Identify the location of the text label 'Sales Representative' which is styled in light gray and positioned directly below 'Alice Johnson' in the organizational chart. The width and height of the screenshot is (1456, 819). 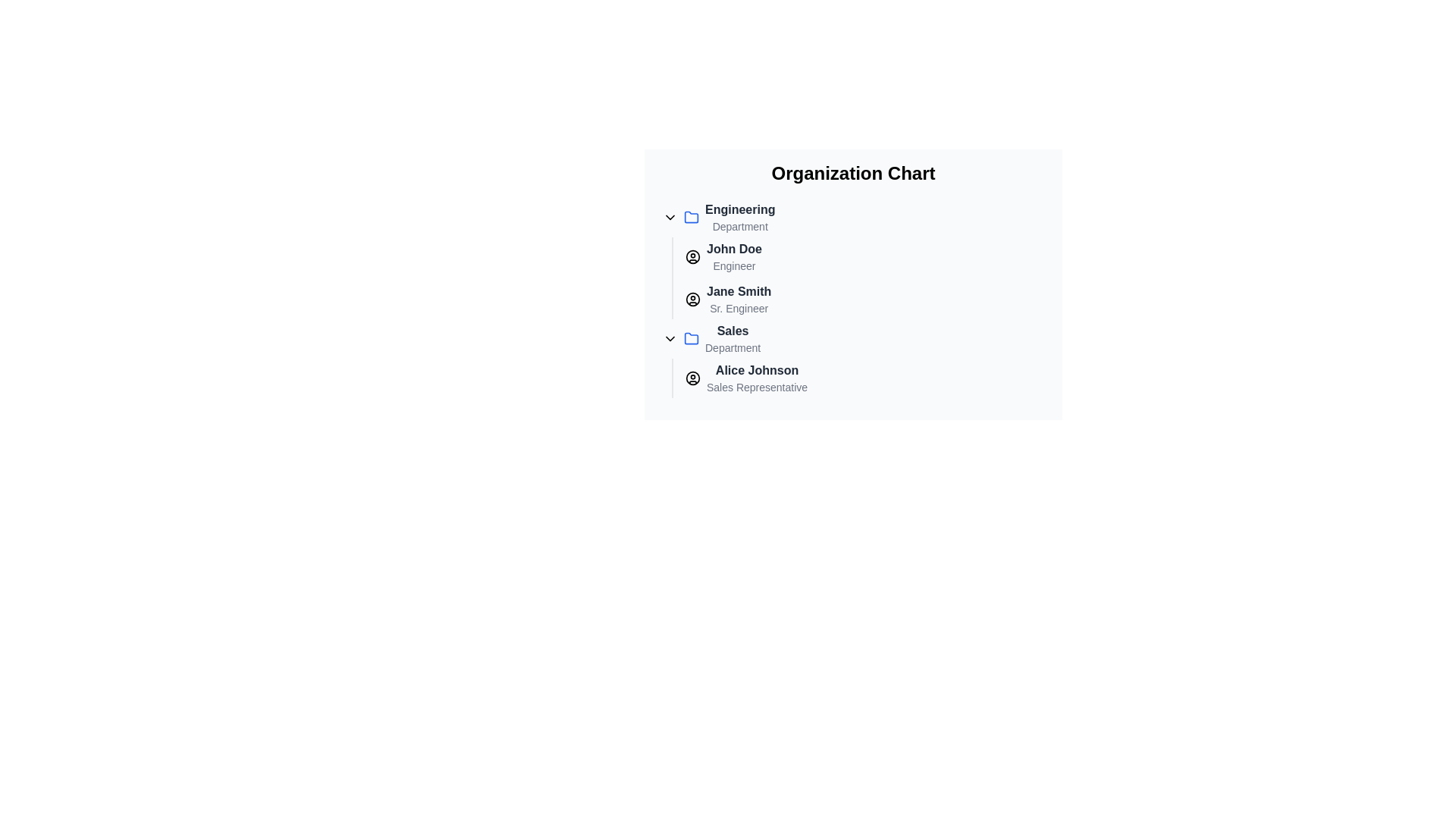
(757, 386).